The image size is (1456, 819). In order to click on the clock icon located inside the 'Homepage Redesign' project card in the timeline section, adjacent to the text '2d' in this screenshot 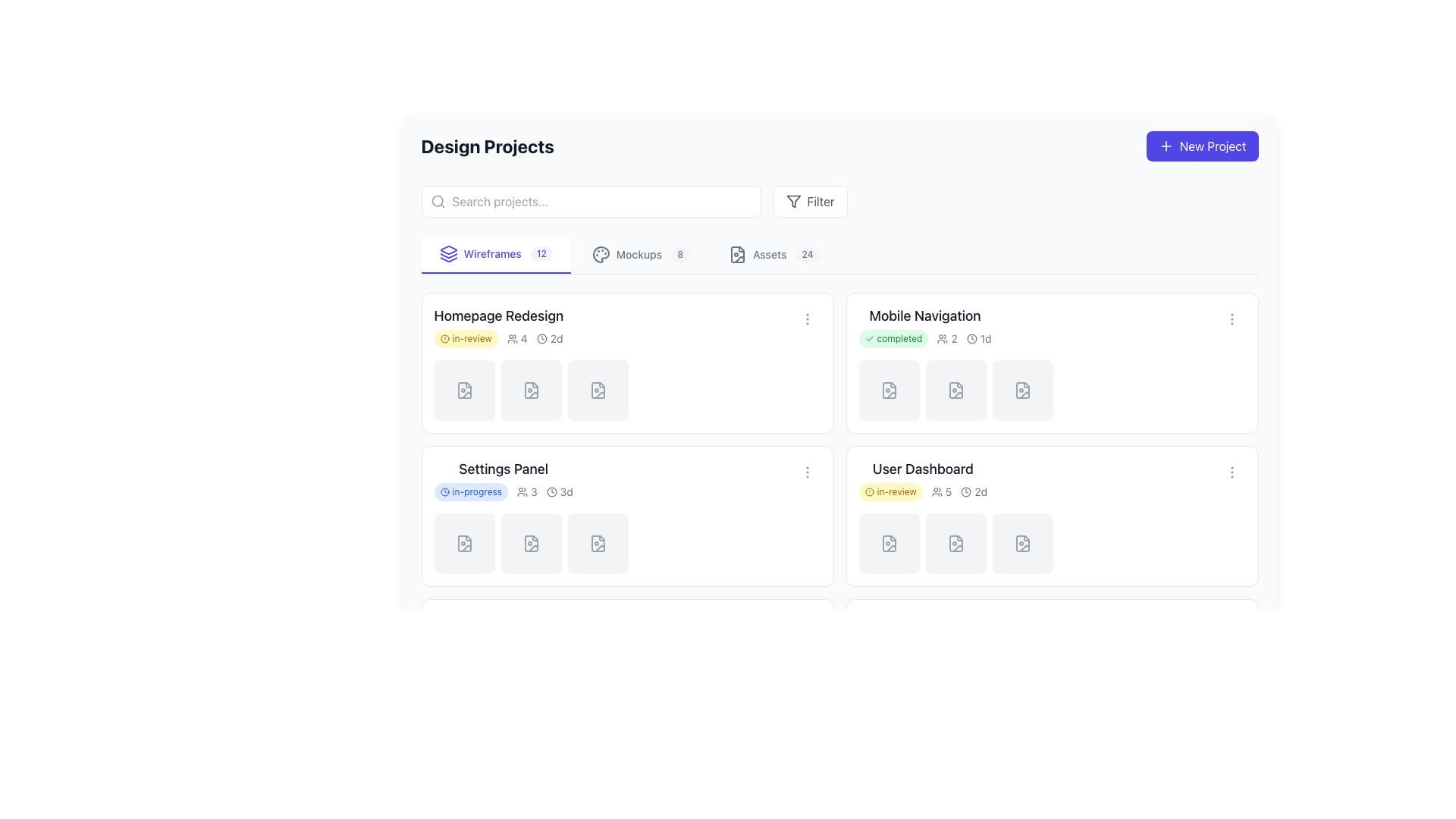, I will do `click(541, 338)`.